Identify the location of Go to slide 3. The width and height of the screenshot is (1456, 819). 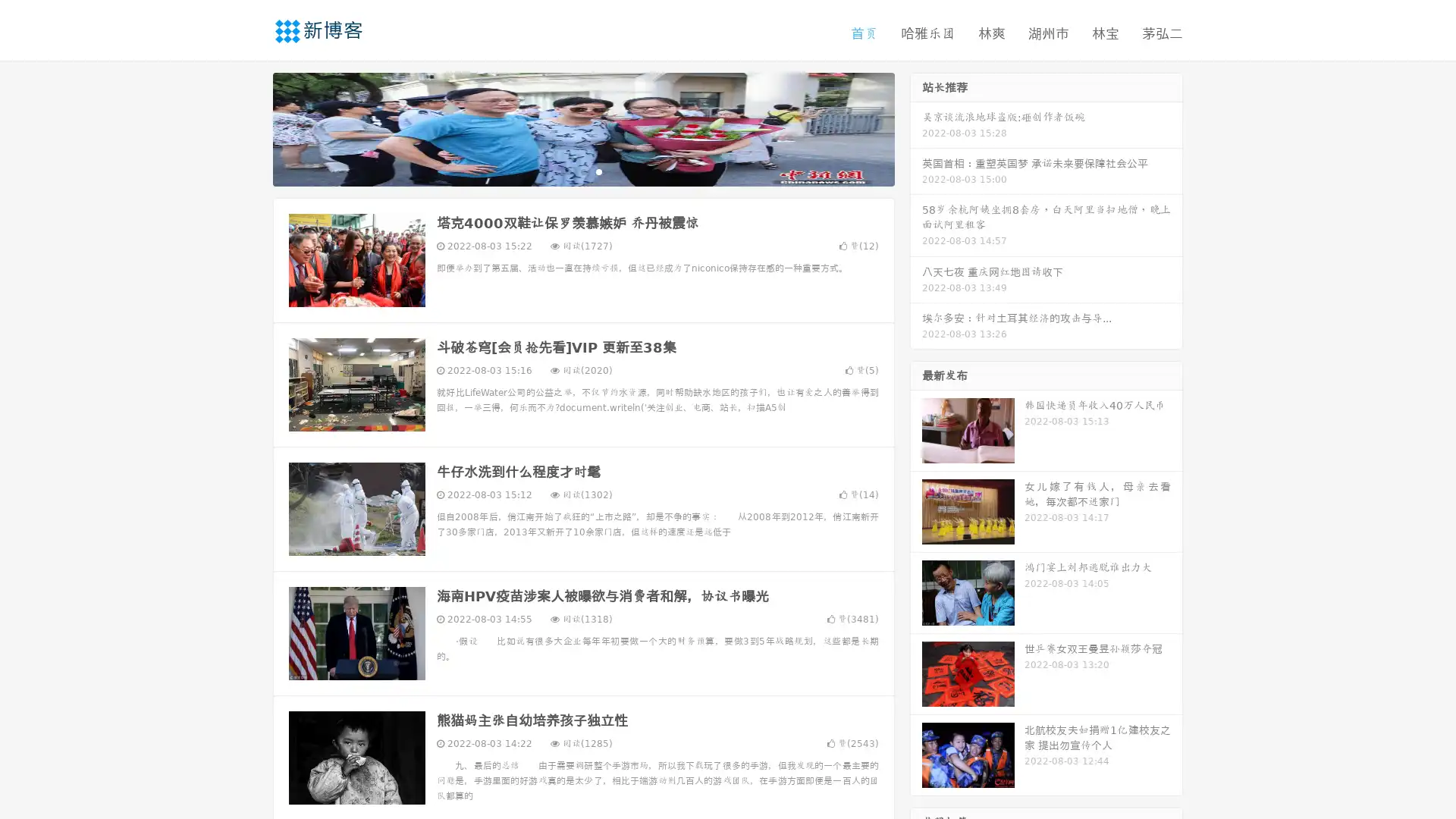
(598, 171).